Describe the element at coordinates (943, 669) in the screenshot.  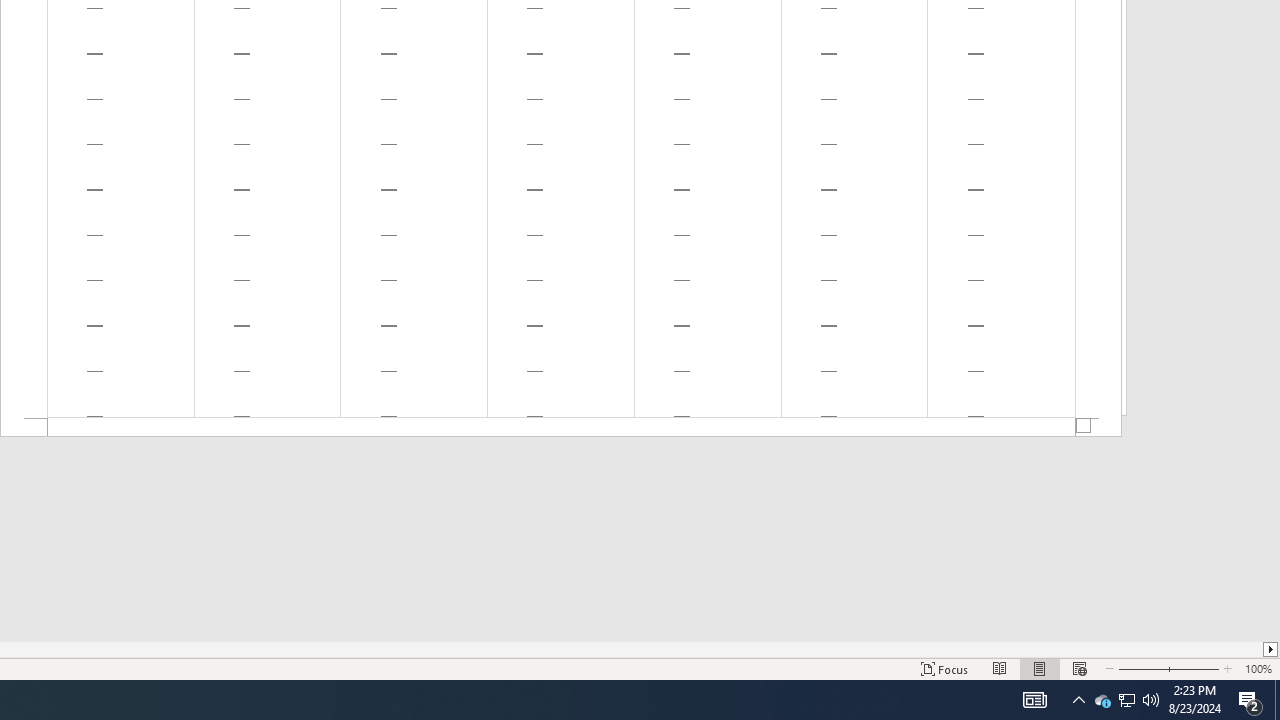
I see `'Focus '` at that location.